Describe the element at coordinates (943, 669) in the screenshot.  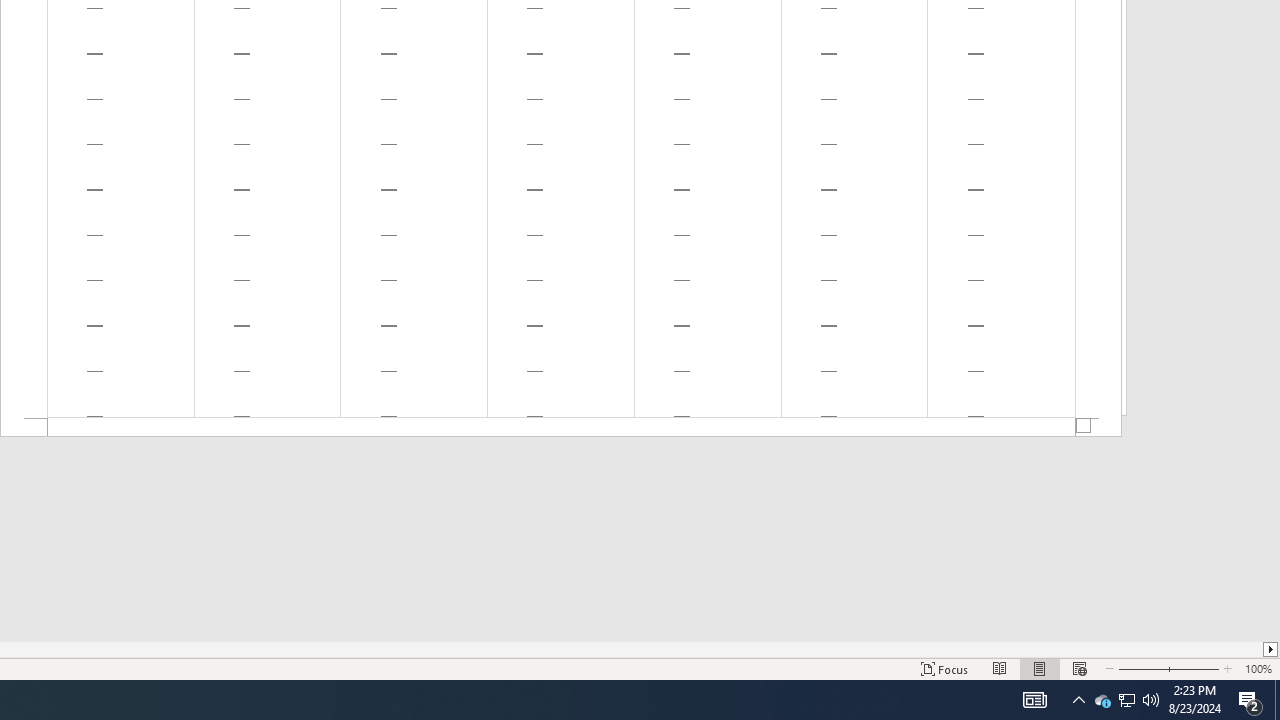
I see `'Focus '` at that location.